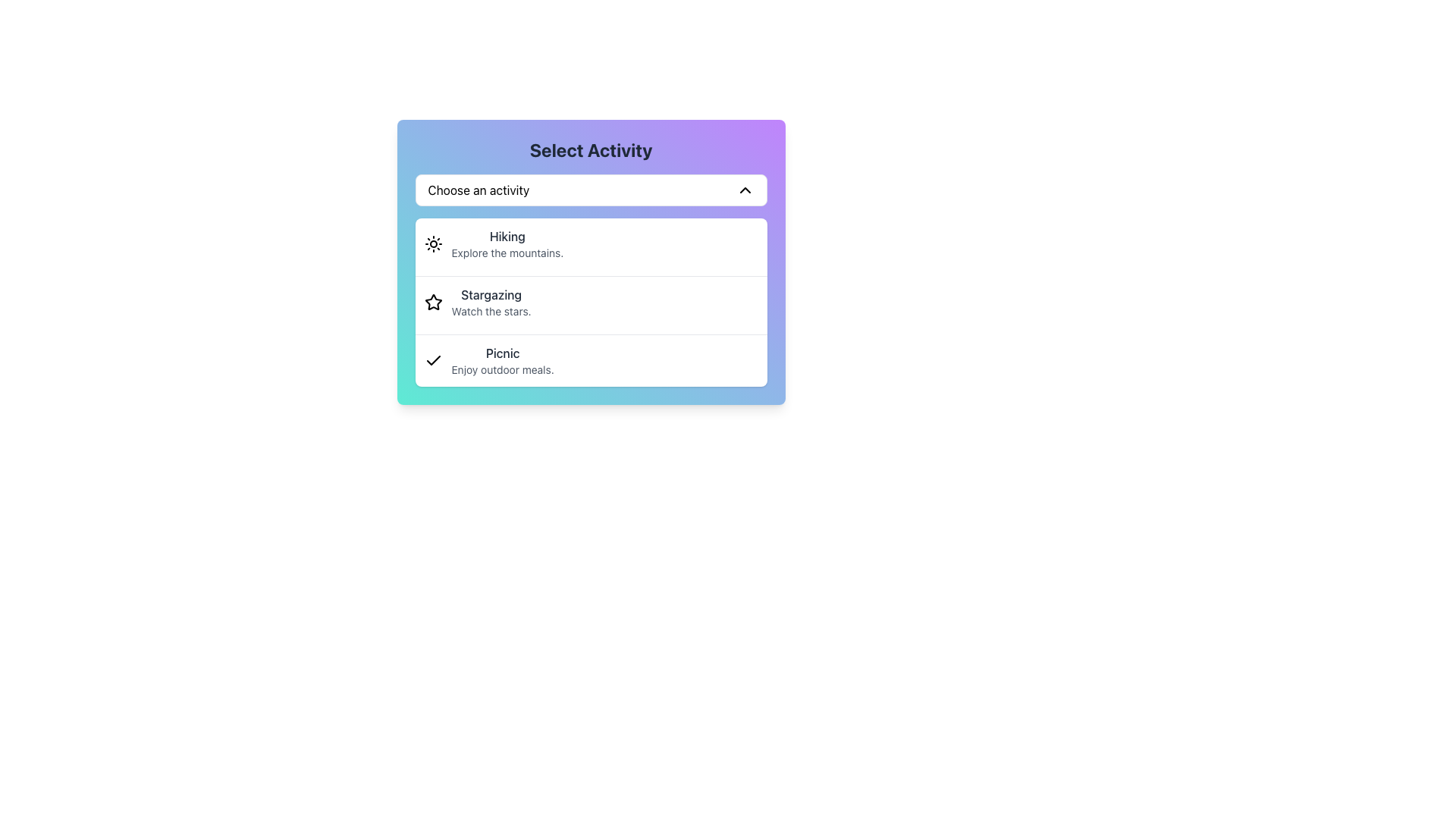 Image resolution: width=1456 pixels, height=819 pixels. Describe the element at coordinates (590, 189) in the screenshot. I see `the dropdown menu labeled 'Choose an activity'` at that location.